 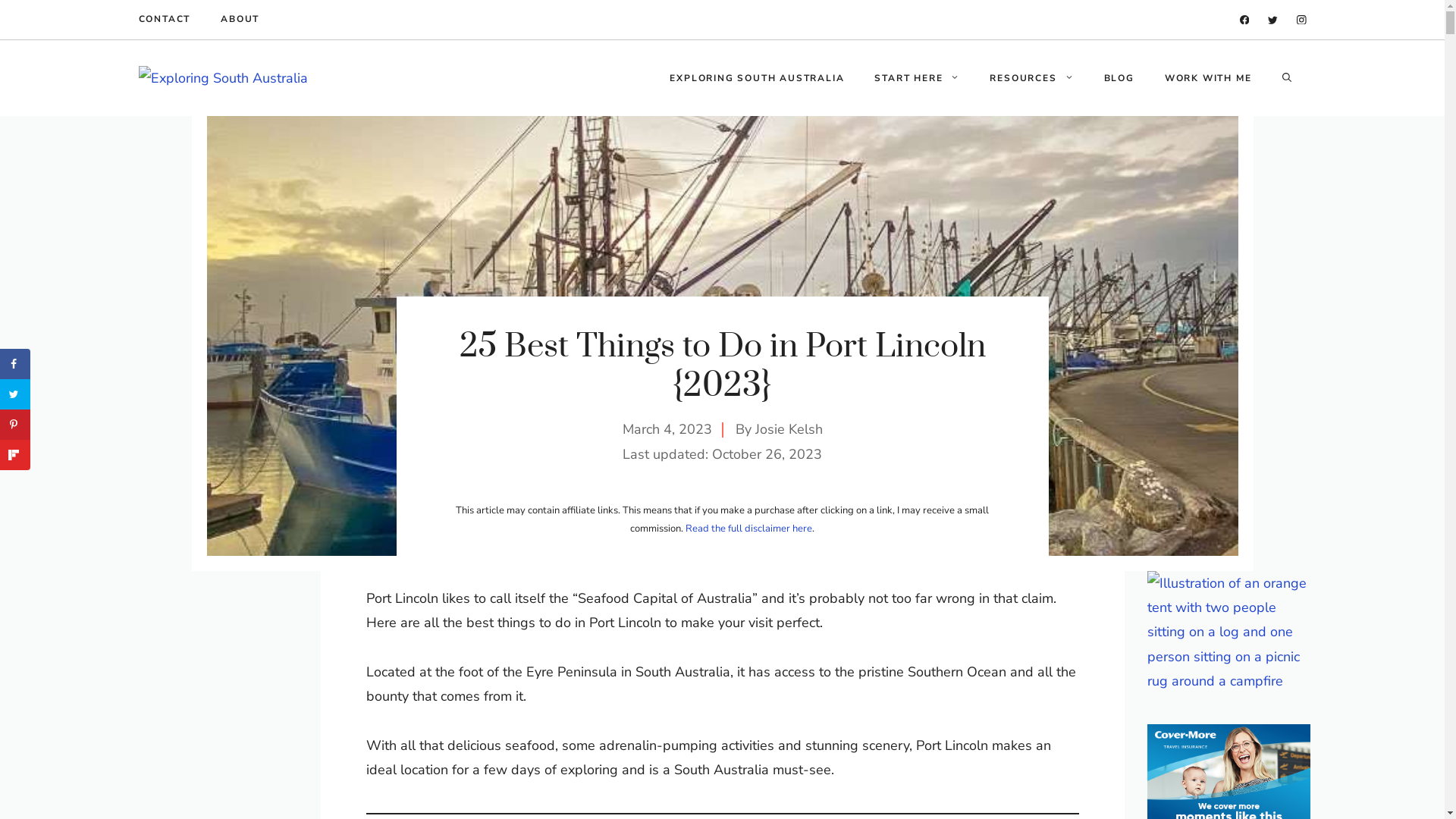 What do you see at coordinates (14, 363) in the screenshot?
I see `'Share on Facebook'` at bounding box center [14, 363].